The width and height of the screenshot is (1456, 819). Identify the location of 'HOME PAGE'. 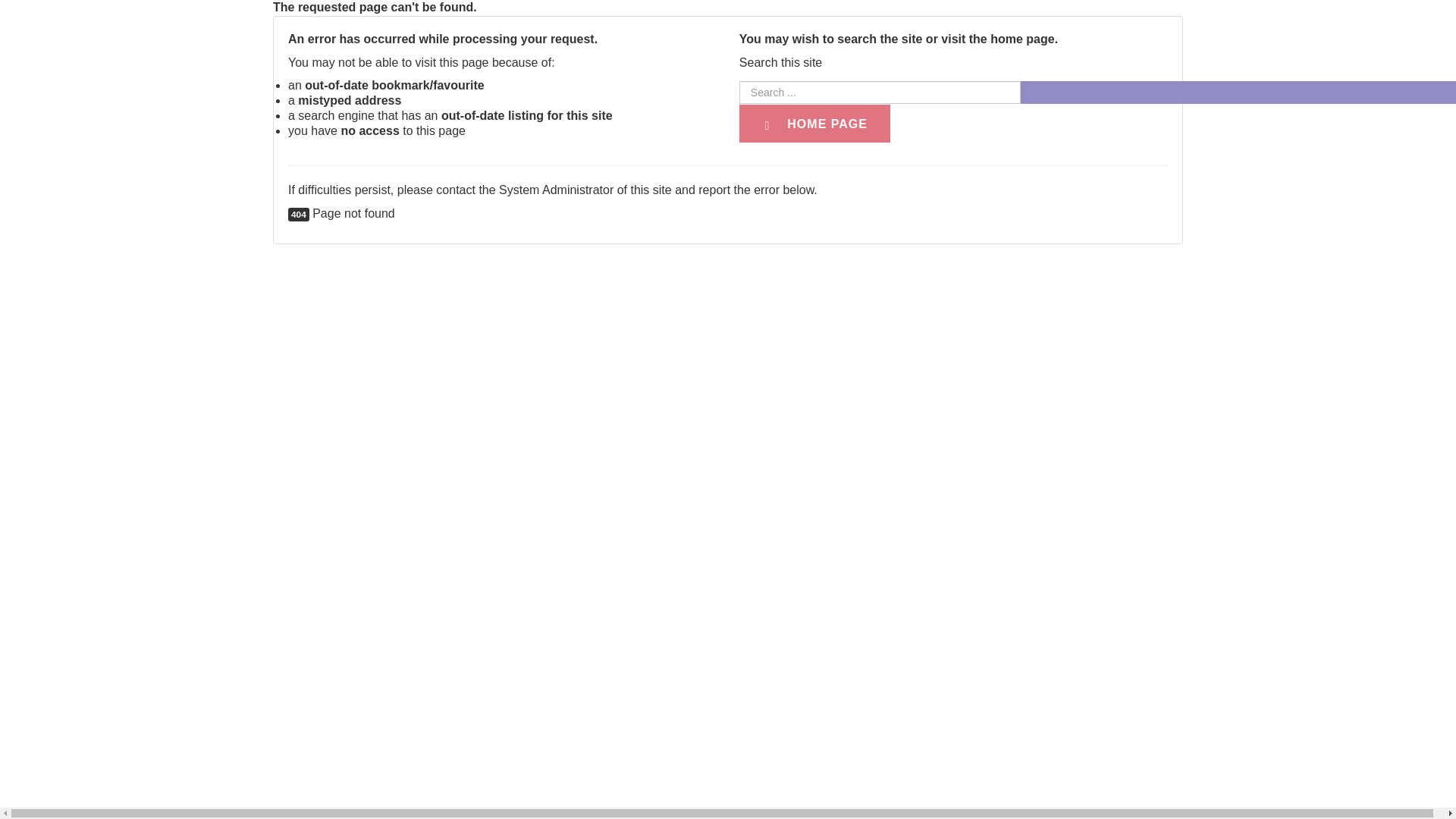
(739, 122).